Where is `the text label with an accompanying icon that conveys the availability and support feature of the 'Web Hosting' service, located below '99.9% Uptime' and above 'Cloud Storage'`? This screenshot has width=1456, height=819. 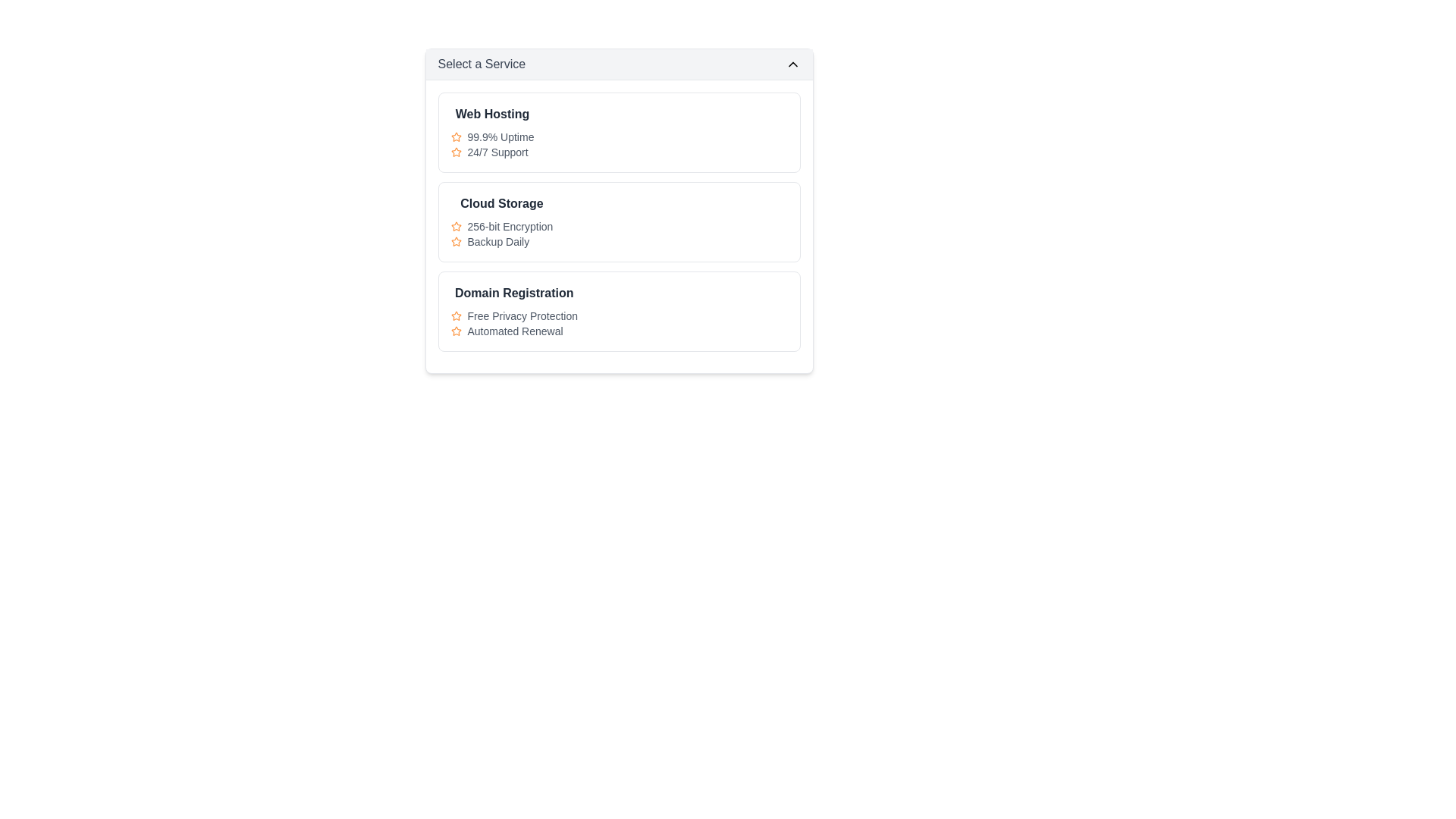 the text label with an accompanying icon that conveys the availability and support feature of the 'Web Hosting' service, located below '99.9% Uptime' and above 'Cloud Storage' is located at coordinates (492, 152).